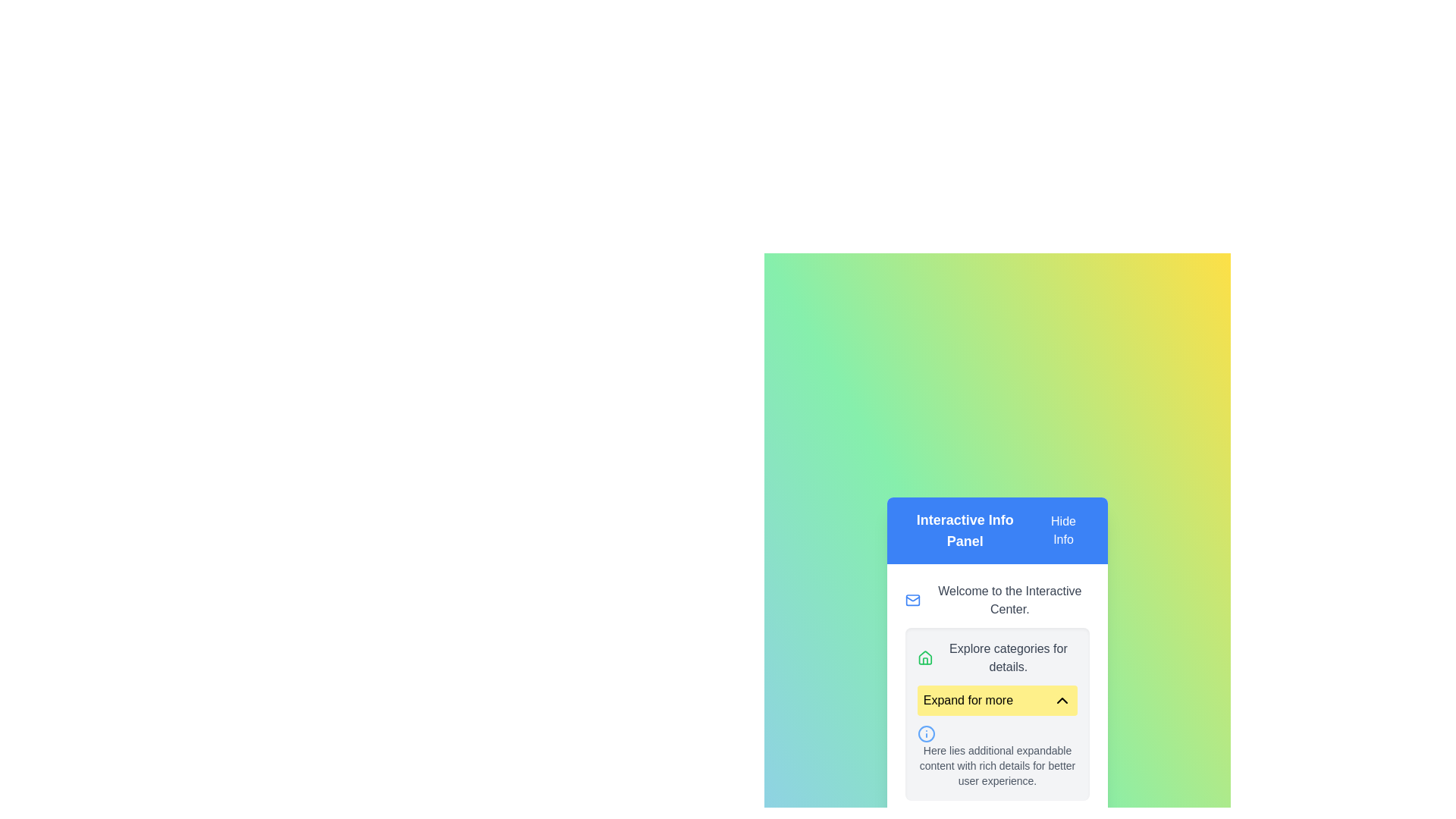  I want to click on the collapsible button located within the 'Interactive Info Panel' in the 'Explore categories for details' subsection, so click(997, 701).